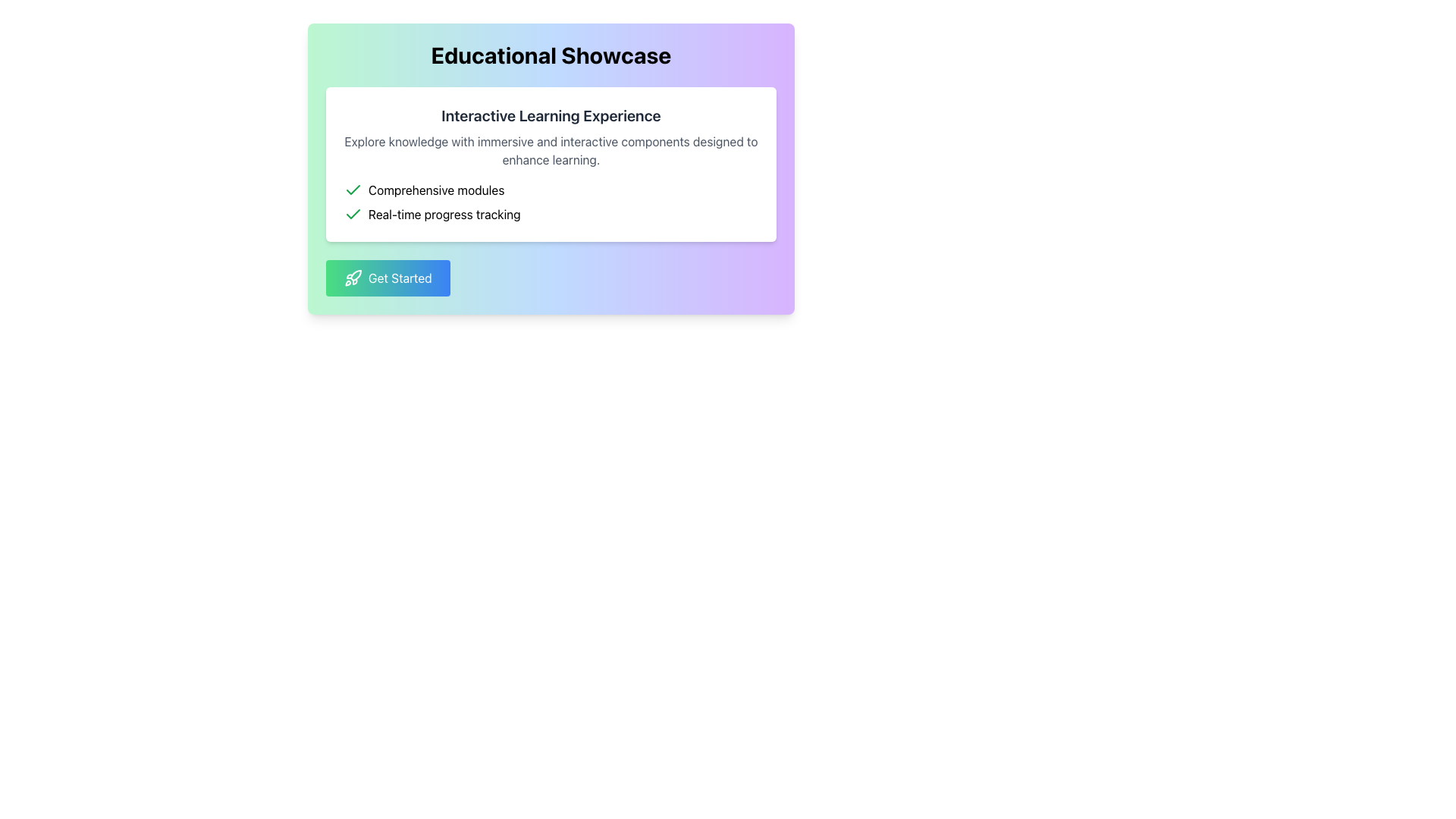  I want to click on the heading element displaying 'Educational Showcase', which is bold and large at the top center of the component, so click(550, 55).